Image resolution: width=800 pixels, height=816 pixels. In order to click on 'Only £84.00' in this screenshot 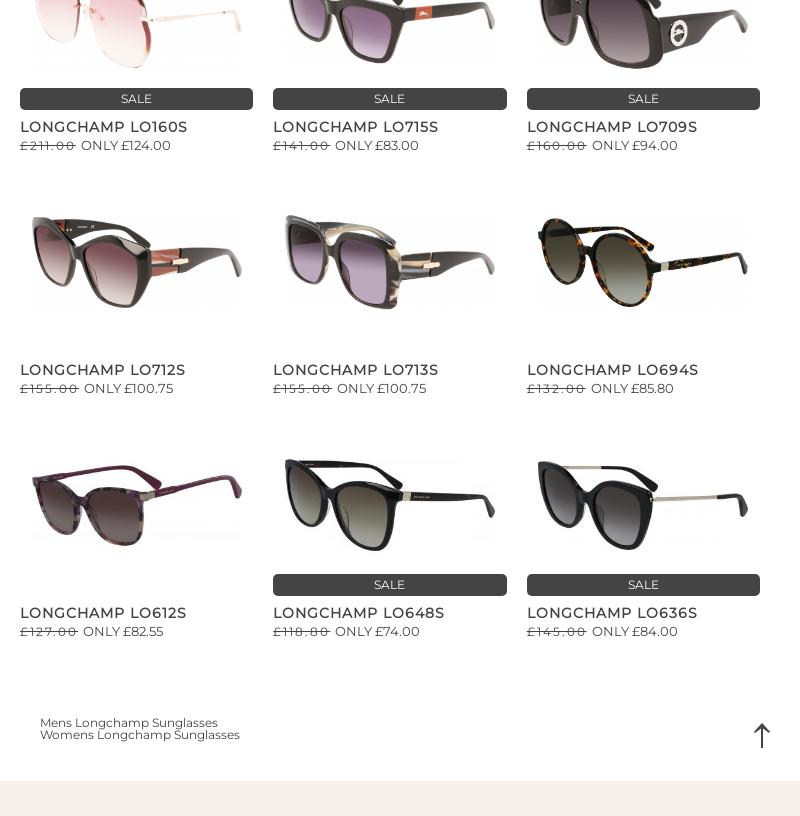, I will do `click(633, 629)`.